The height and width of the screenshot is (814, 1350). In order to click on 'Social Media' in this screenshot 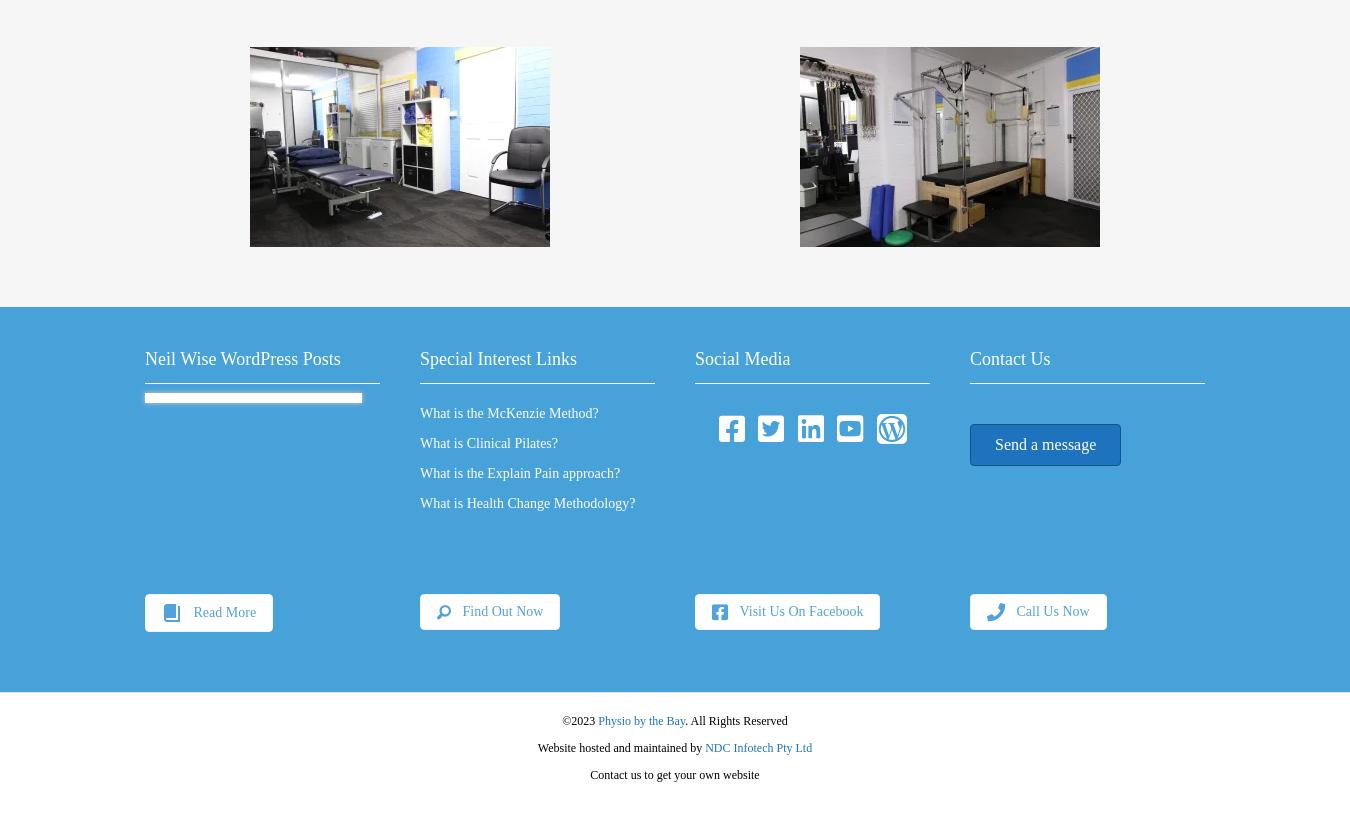, I will do `click(741, 358)`.